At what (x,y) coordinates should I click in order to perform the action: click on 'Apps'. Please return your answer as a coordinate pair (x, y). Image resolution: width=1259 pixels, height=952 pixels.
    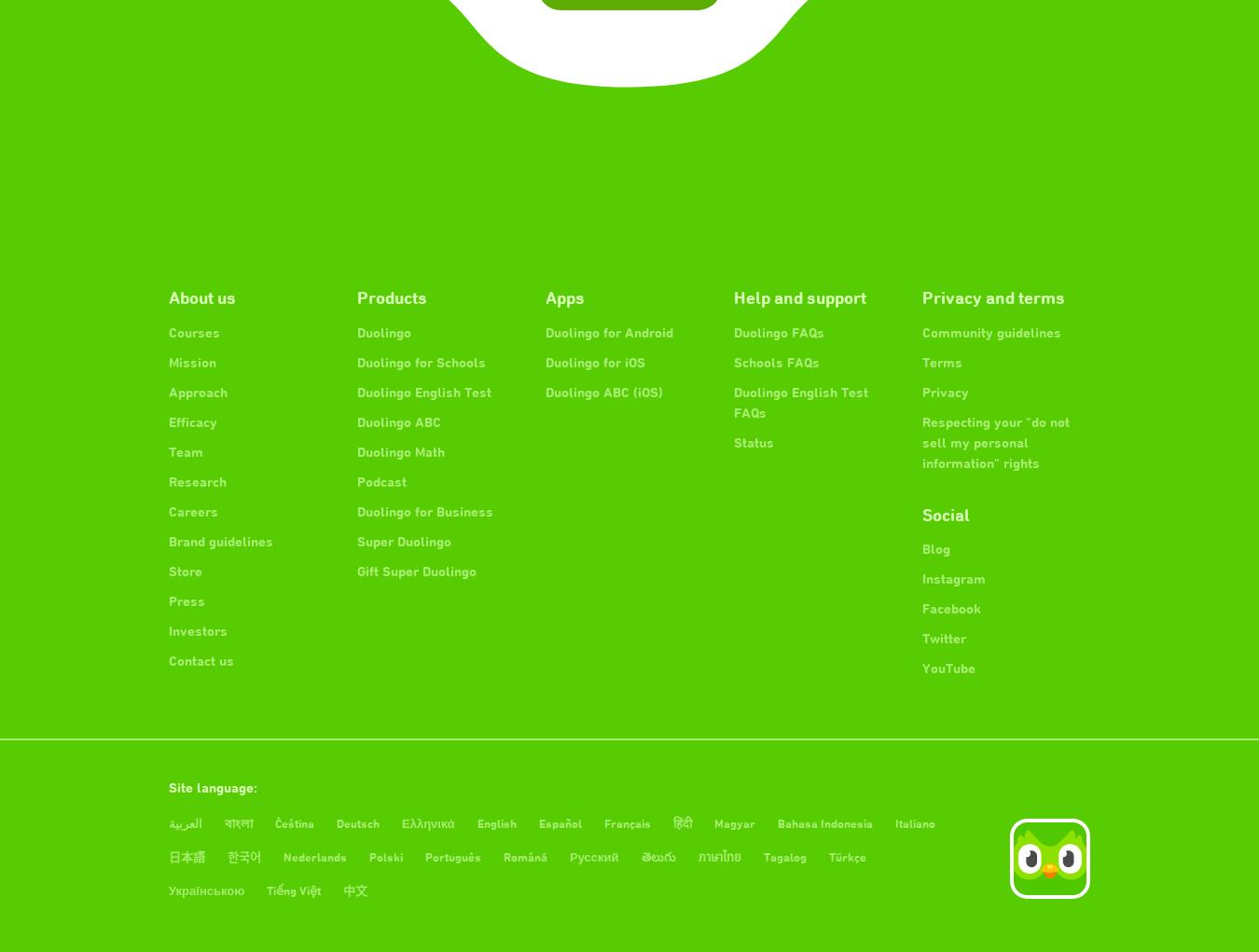
    Looking at the image, I should click on (565, 297).